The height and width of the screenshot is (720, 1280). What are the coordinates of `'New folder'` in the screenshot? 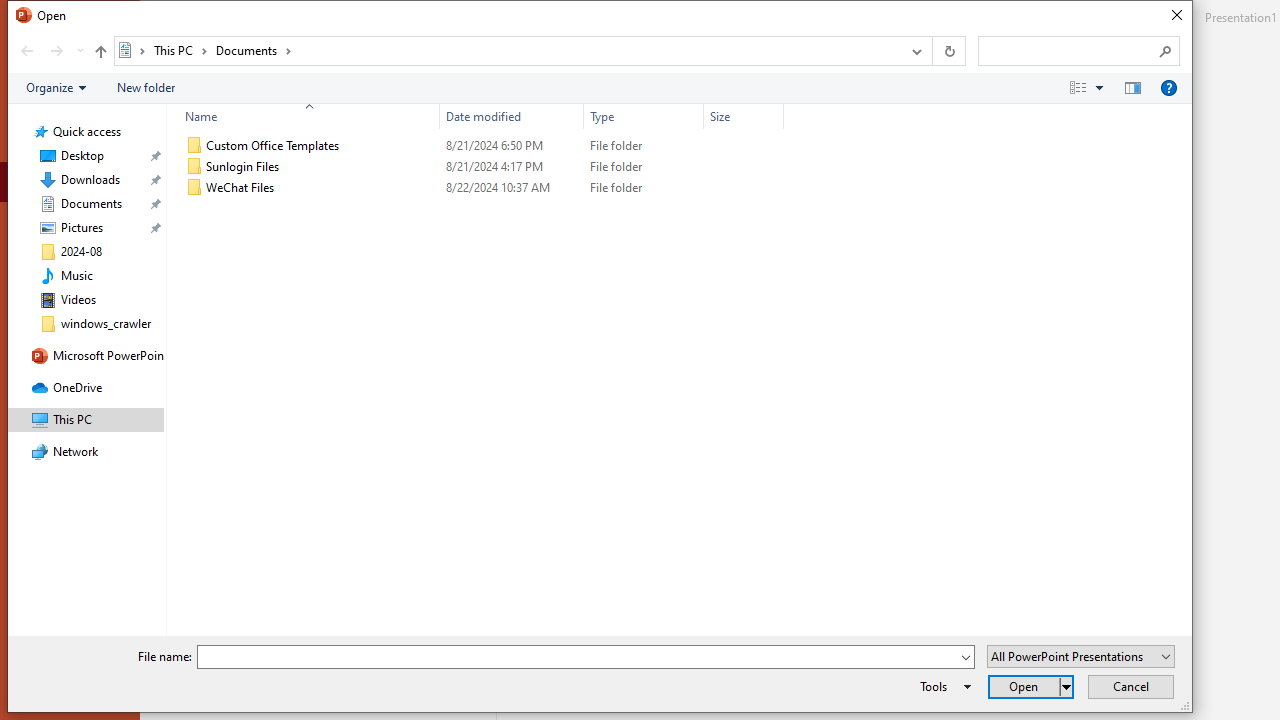 It's located at (144, 86).